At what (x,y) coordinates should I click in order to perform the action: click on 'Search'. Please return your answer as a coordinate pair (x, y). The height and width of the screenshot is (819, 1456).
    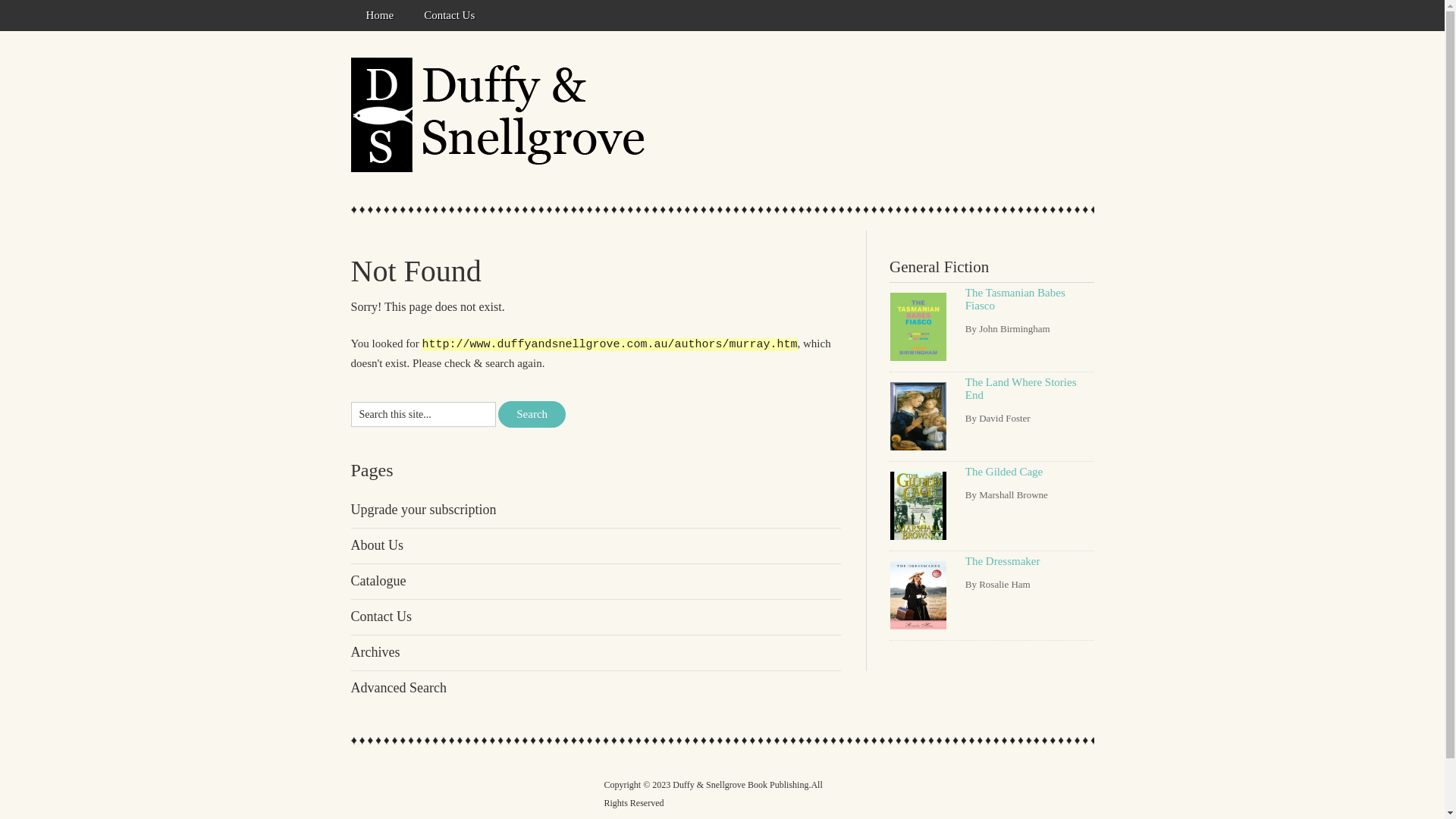
    Looking at the image, I should click on (498, 414).